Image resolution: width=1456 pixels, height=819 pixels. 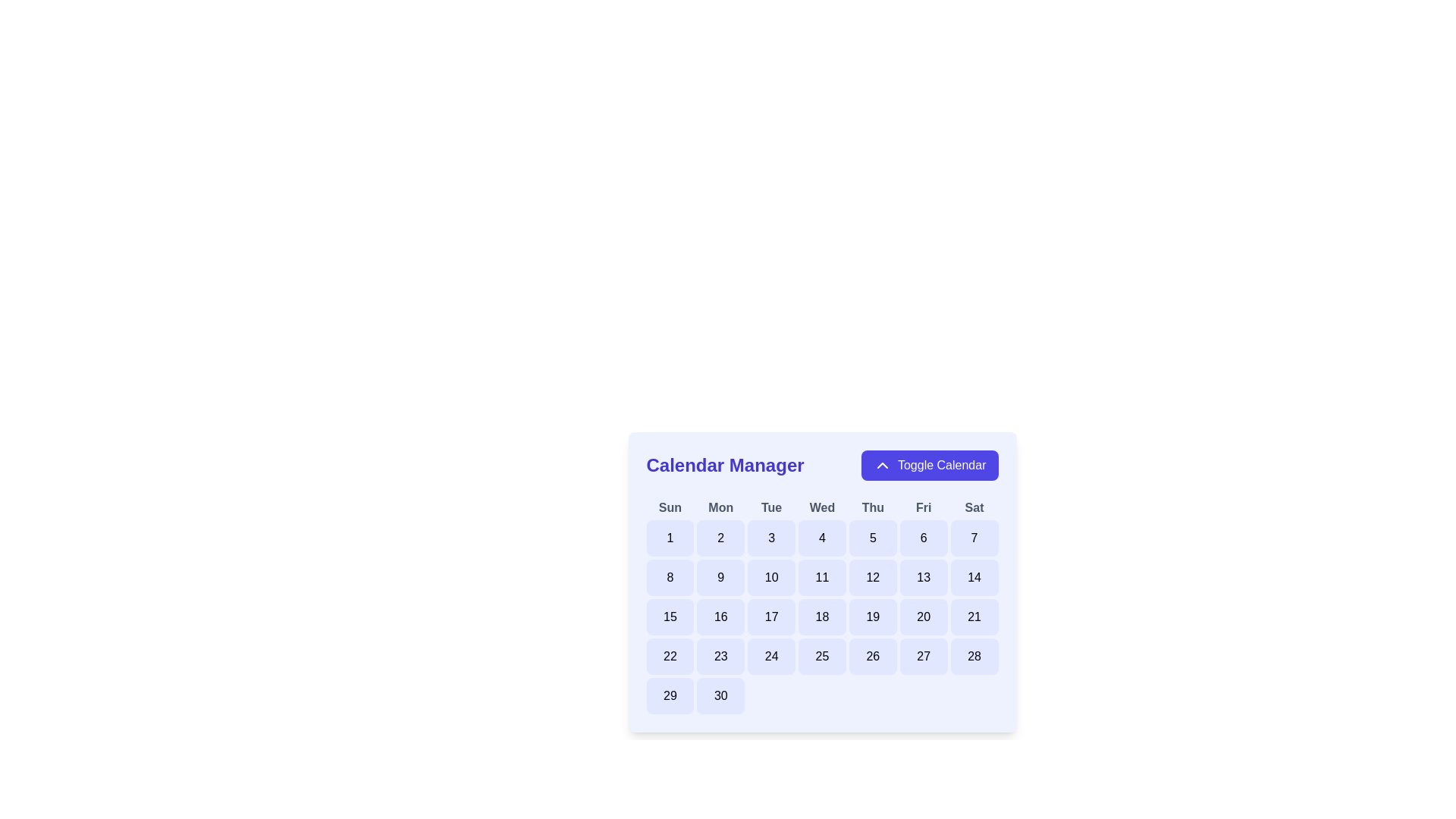 I want to click on the rectangular button with rounded corners displaying the number '15' in bold text, located in the first column of the third row of a calendar grid, so click(x=669, y=617).